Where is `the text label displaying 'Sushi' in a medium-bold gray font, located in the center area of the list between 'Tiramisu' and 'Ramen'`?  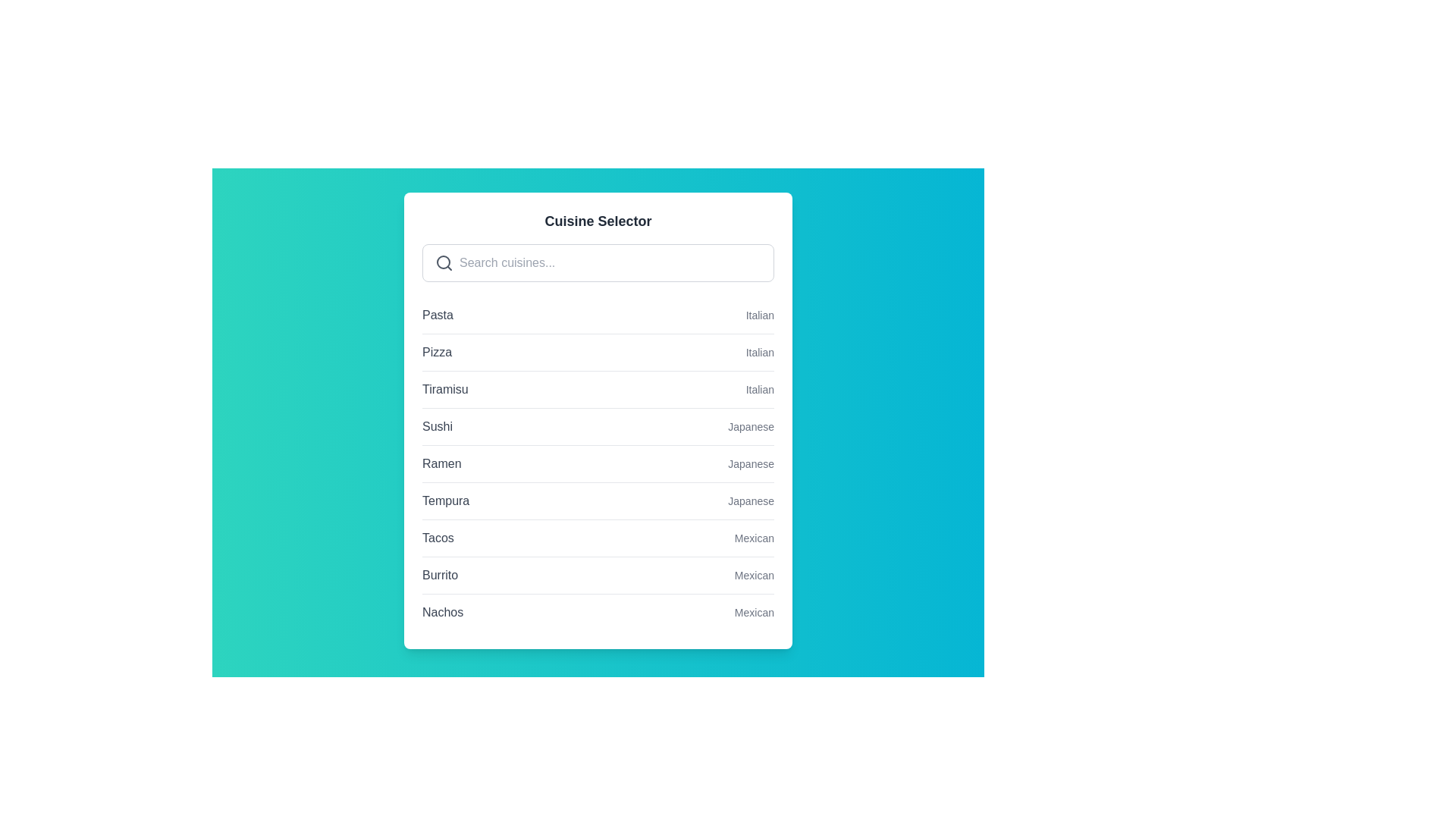 the text label displaying 'Sushi' in a medium-bold gray font, located in the center area of the list between 'Tiramisu' and 'Ramen' is located at coordinates (436, 427).